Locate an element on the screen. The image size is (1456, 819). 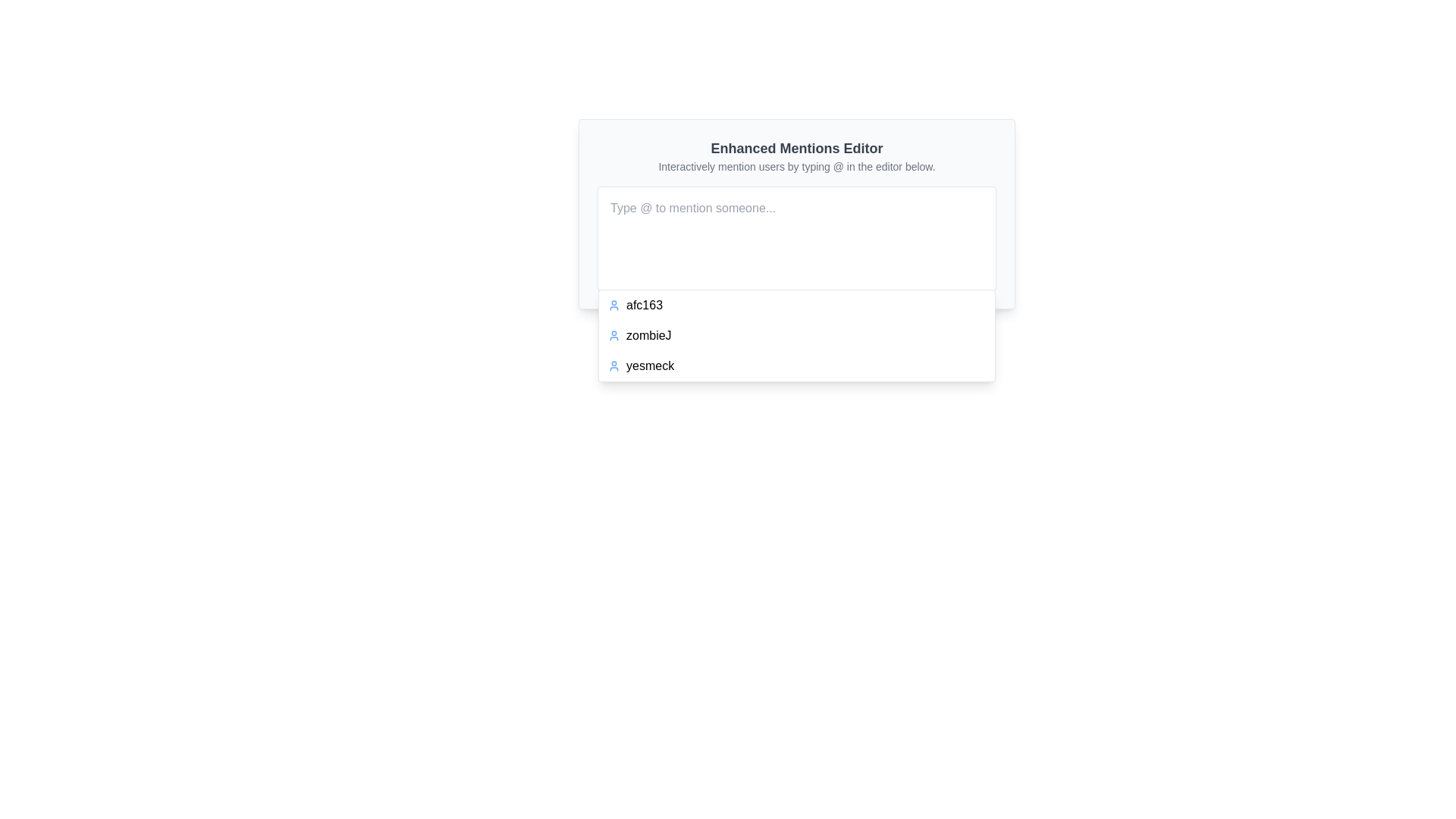
the text label displaying 'Enhanced Mentions Editor' which is bold and dark gray, positioned near the top-center of the interface is located at coordinates (796, 149).